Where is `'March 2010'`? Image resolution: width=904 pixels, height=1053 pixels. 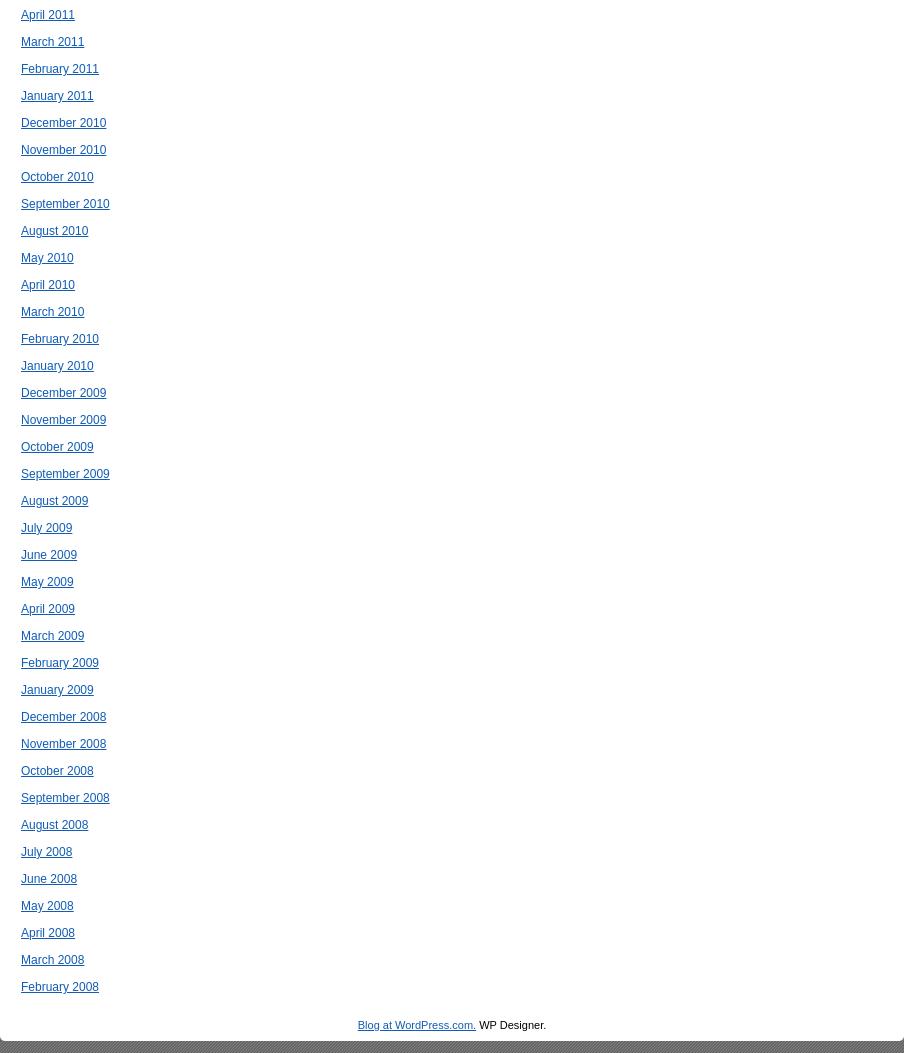
'March 2010' is located at coordinates (51, 312).